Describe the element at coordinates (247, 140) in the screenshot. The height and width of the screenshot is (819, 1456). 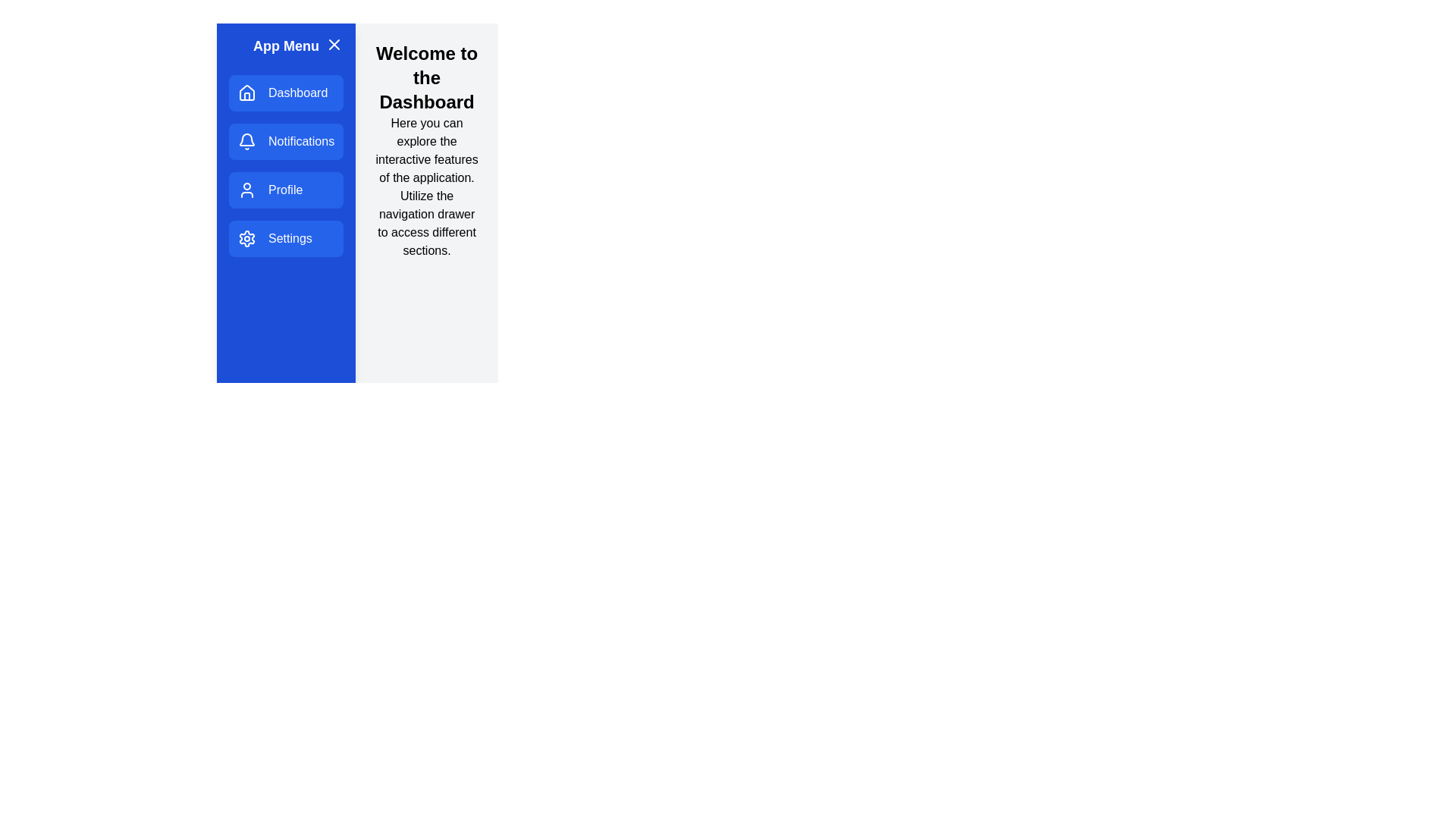
I see `the 'Notifications' menu button, which contains the bell icon, located below the 'Dashboard' button and above the 'Profile' button in the vertical navigation menu` at that location.